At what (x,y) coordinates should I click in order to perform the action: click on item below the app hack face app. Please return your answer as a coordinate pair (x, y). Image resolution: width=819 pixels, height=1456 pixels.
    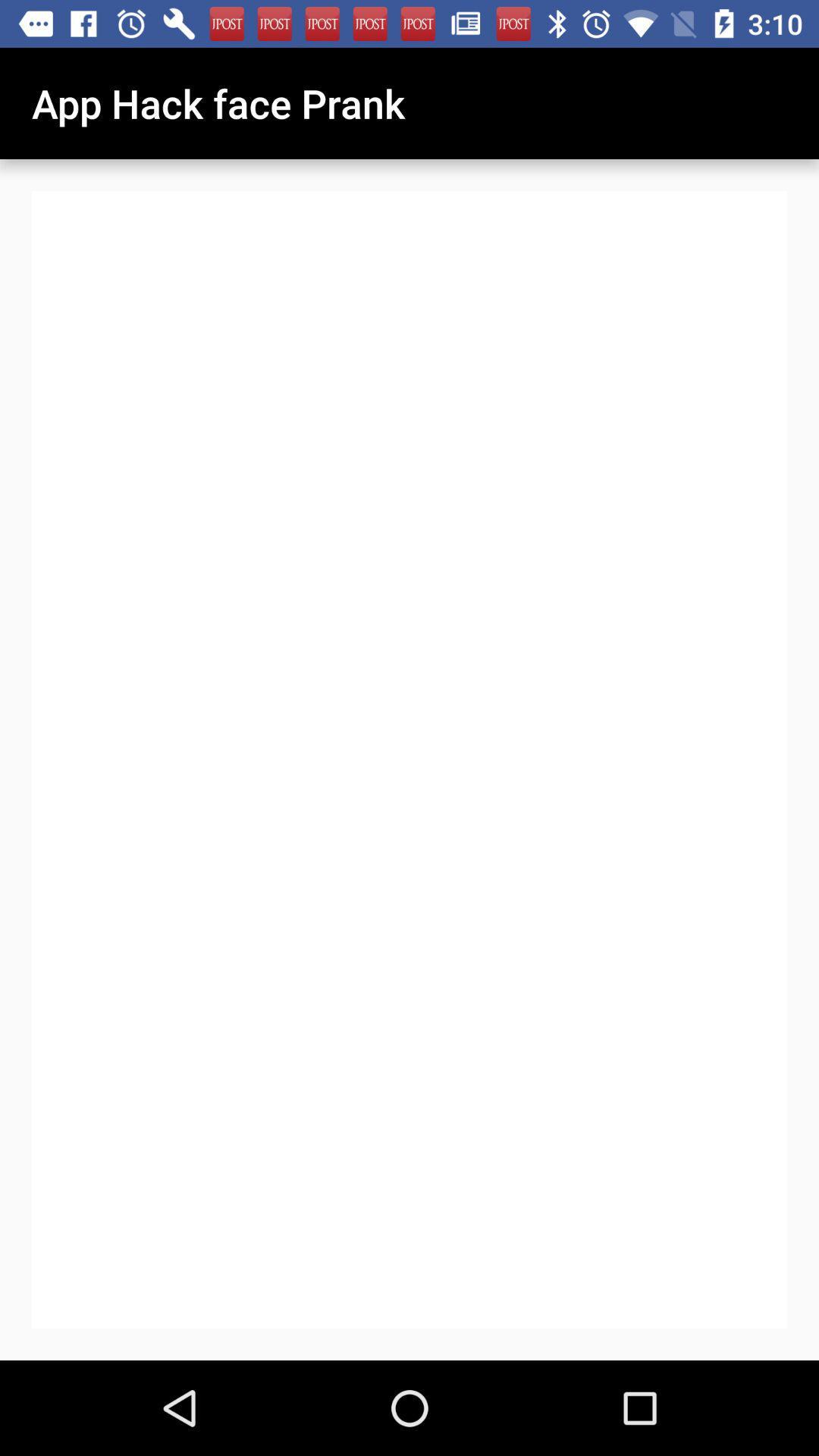
    Looking at the image, I should click on (469, 912).